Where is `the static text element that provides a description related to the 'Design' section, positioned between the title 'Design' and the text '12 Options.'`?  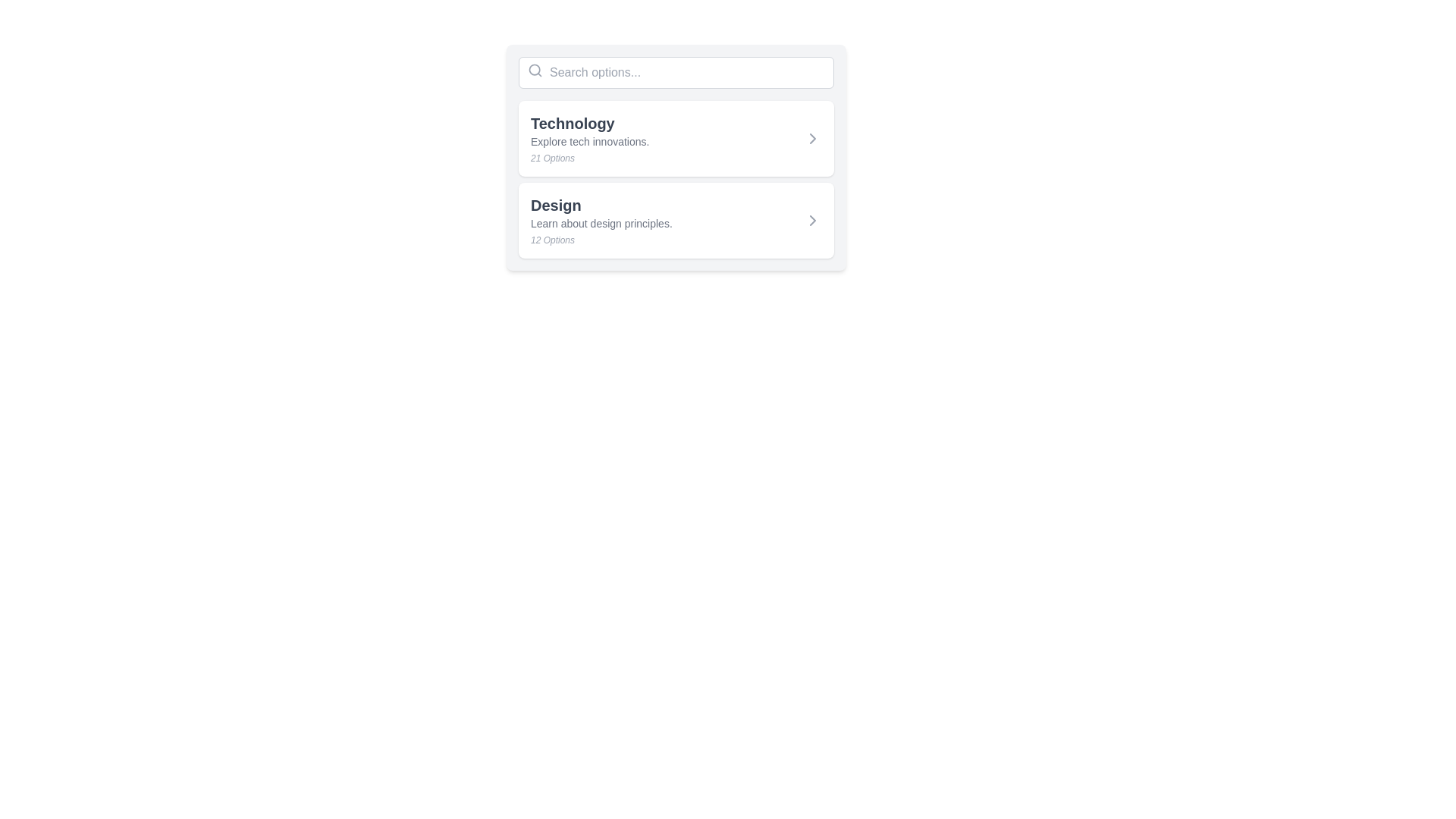
the static text element that provides a description related to the 'Design' section, positioned between the title 'Design' and the text '12 Options.' is located at coordinates (601, 223).